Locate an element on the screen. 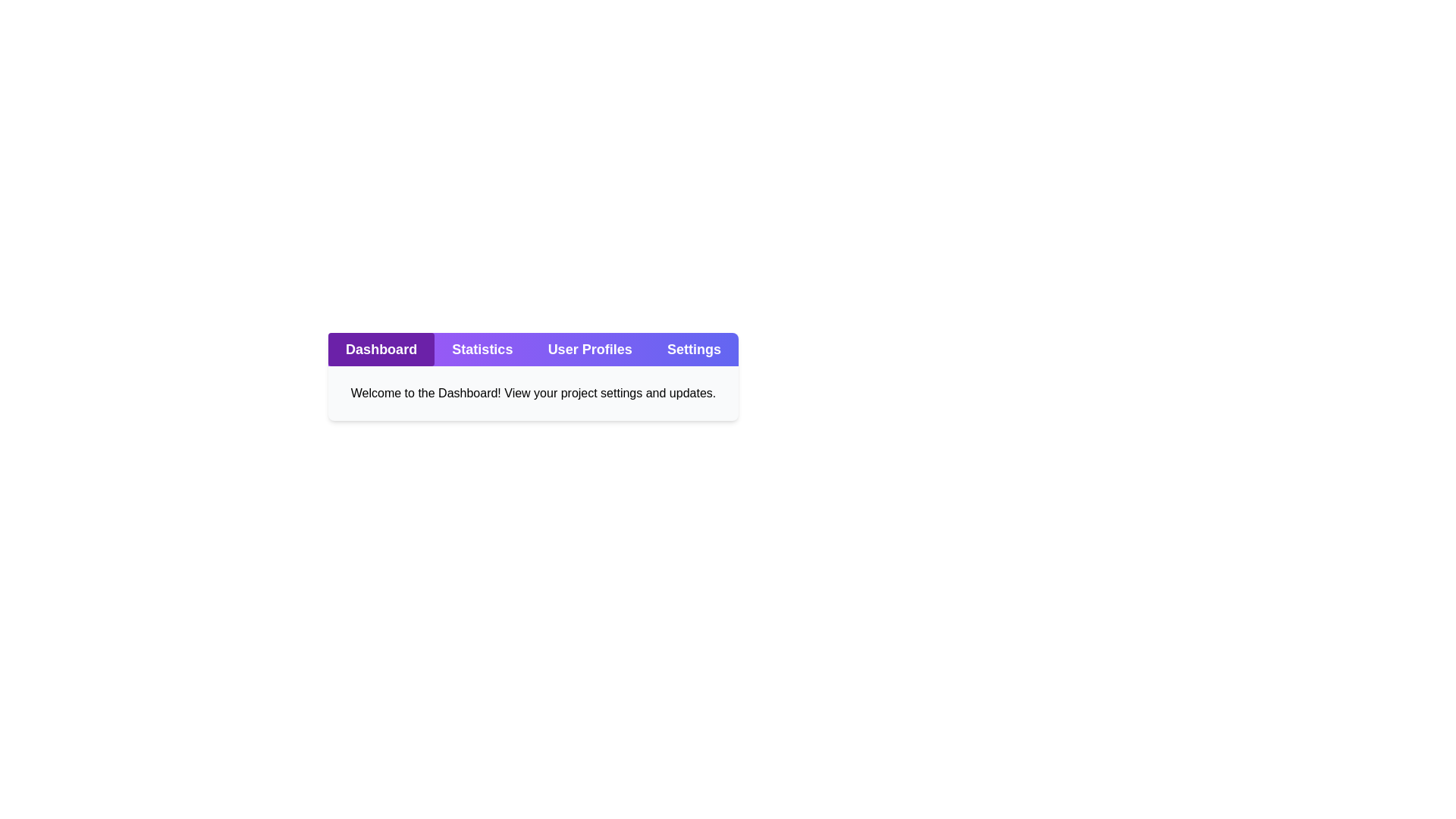 Image resolution: width=1456 pixels, height=819 pixels. the Settings tab to view its content is located at coordinates (693, 350).